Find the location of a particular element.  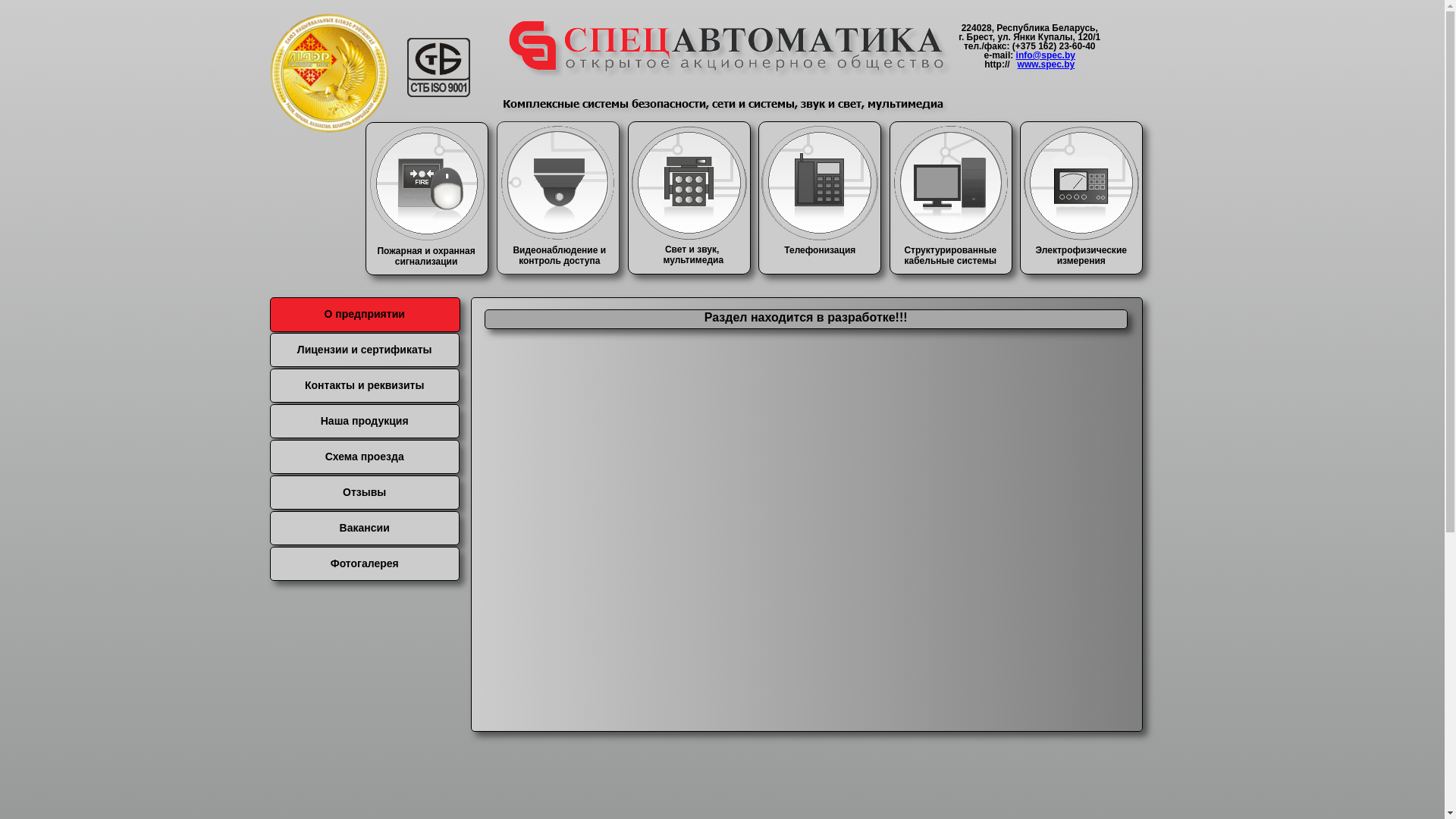

'www.spec.by' is located at coordinates (1046, 63).